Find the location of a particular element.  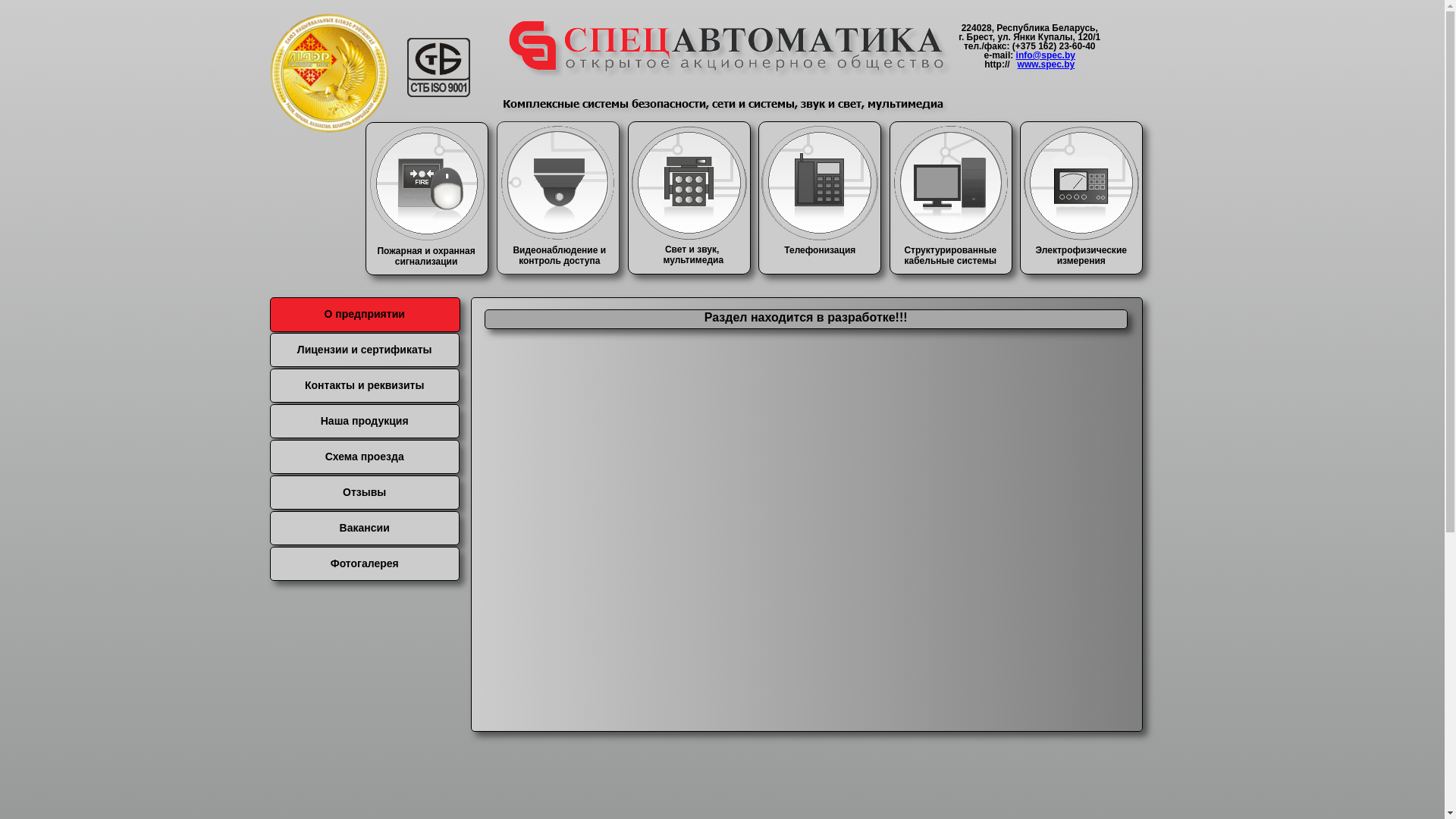

'www.spec.by' is located at coordinates (1046, 63).